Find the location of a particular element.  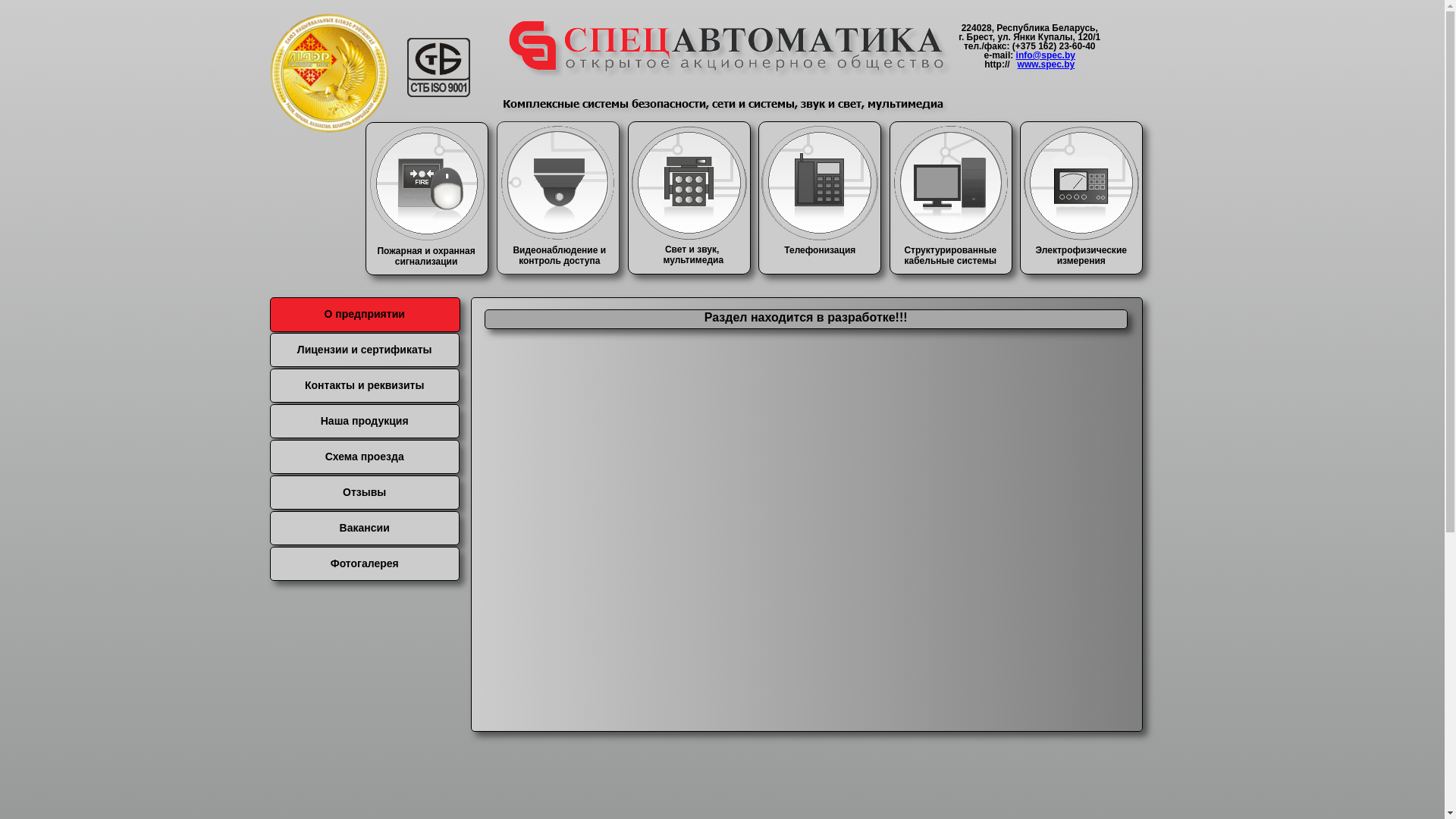

'www.spec.by' is located at coordinates (1046, 63).